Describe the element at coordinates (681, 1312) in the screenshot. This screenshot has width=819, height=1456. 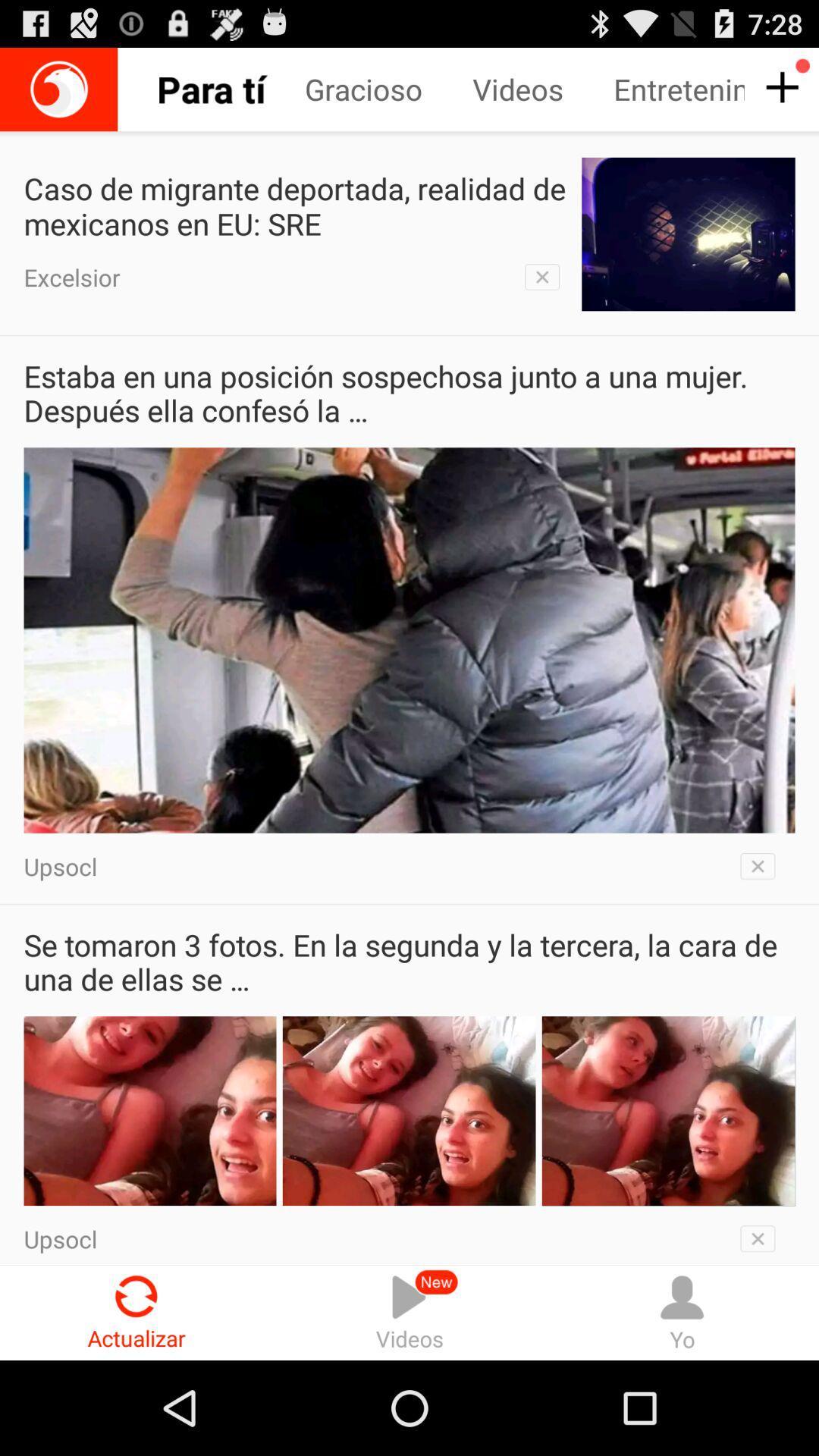
I see `yo item` at that location.